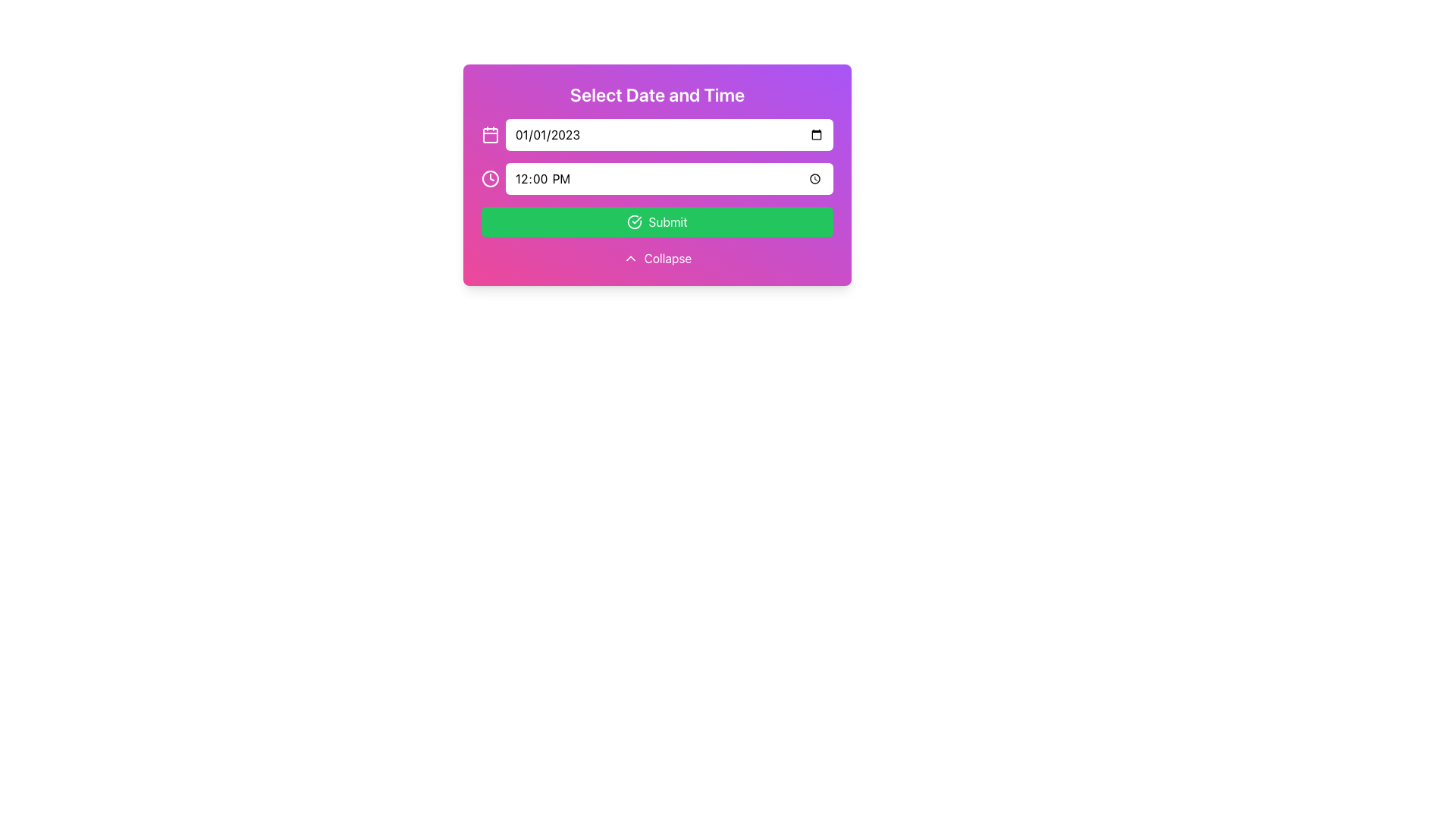 This screenshot has width=1456, height=819. What do you see at coordinates (657, 222) in the screenshot?
I see `the green 'Submit' button with a check mark icon` at bounding box center [657, 222].